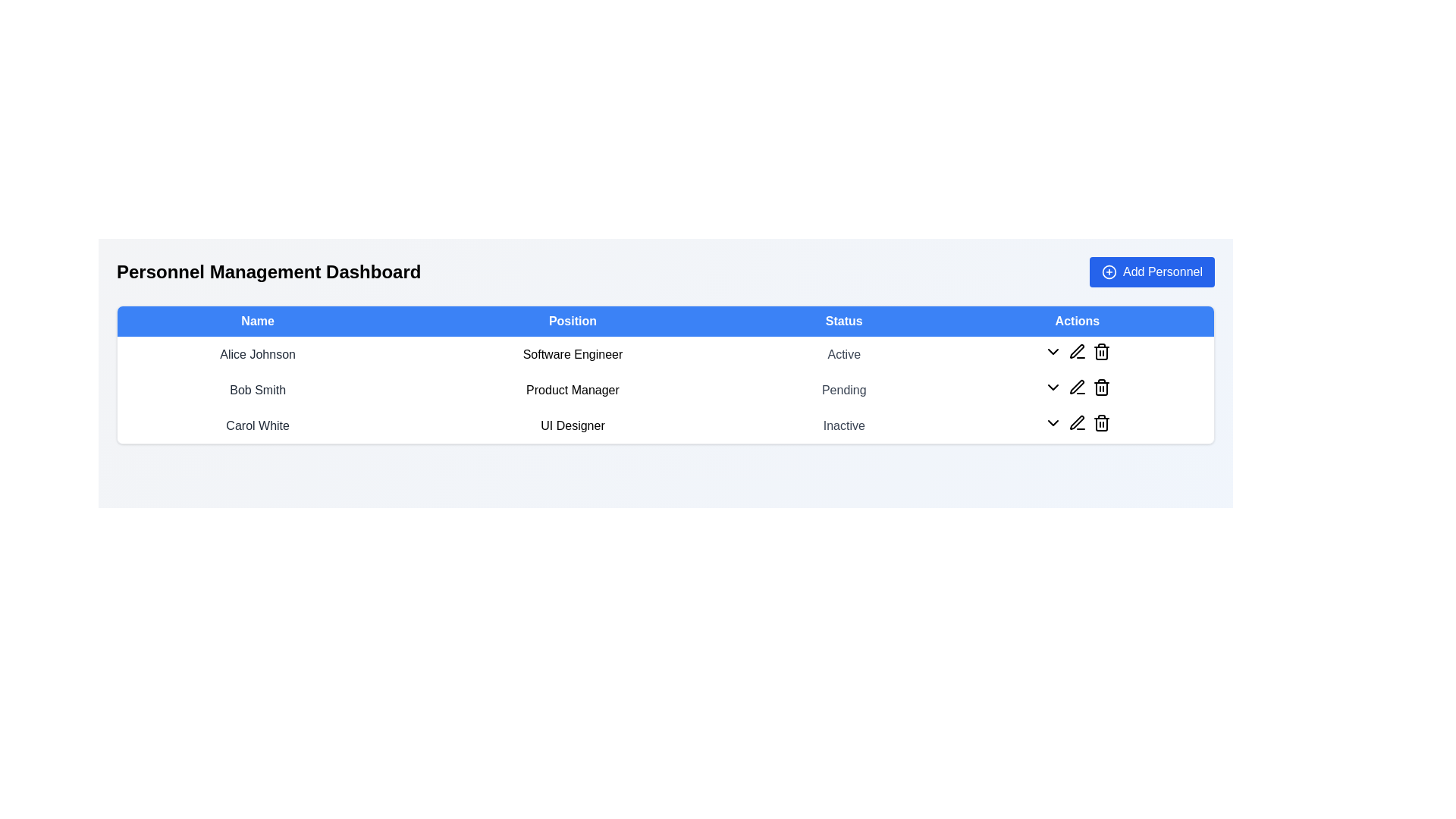  What do you see at coordinates (1101, 353) in the screenshot?
I see `the outline of the trash can icon located in the 'Actions' column of the first row in the personnel management table` at bounding box center [1101, 353].